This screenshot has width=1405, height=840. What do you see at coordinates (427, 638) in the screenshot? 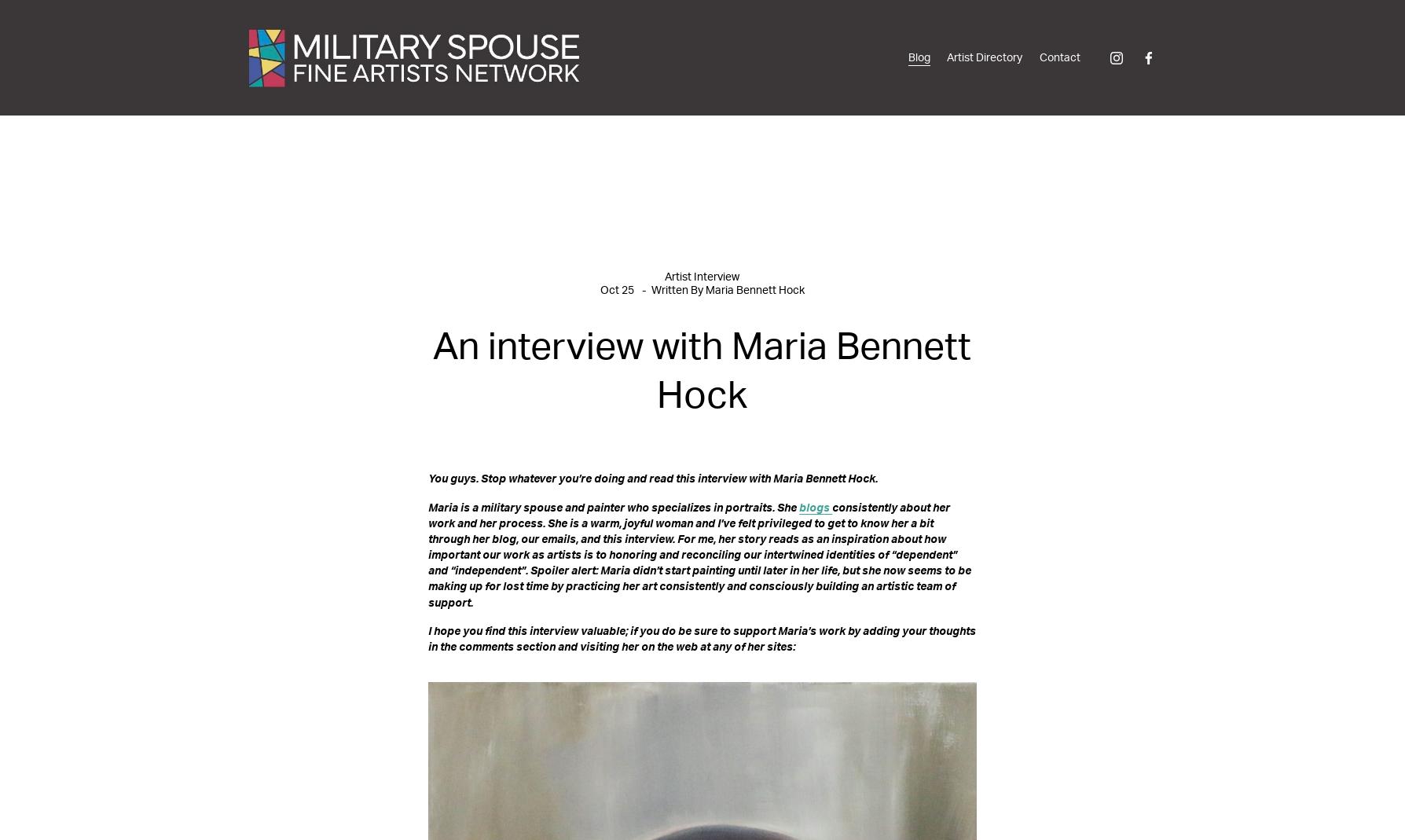
I see `'I hope you find this interview valuable; if you do be sure to support Maria’s work by adding your thoughts in the comments section and visiting her on the web at any of her sites:'` at bounding box center [427, 638].